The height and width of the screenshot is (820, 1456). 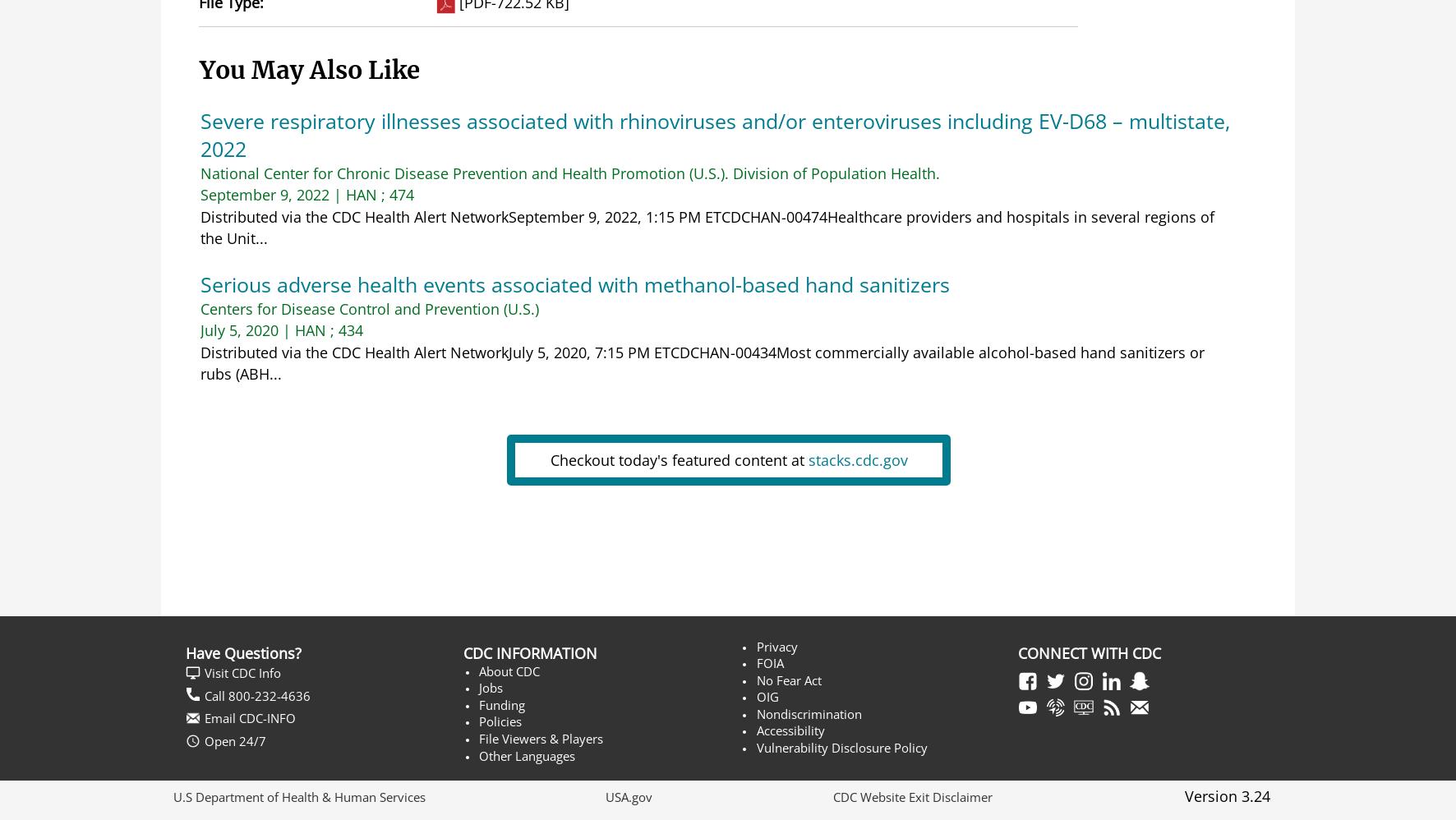 What do you see at coordinates (242, 652) in the screenshot?
I see `'Have Questions?'` at bounding box center [242, 652].